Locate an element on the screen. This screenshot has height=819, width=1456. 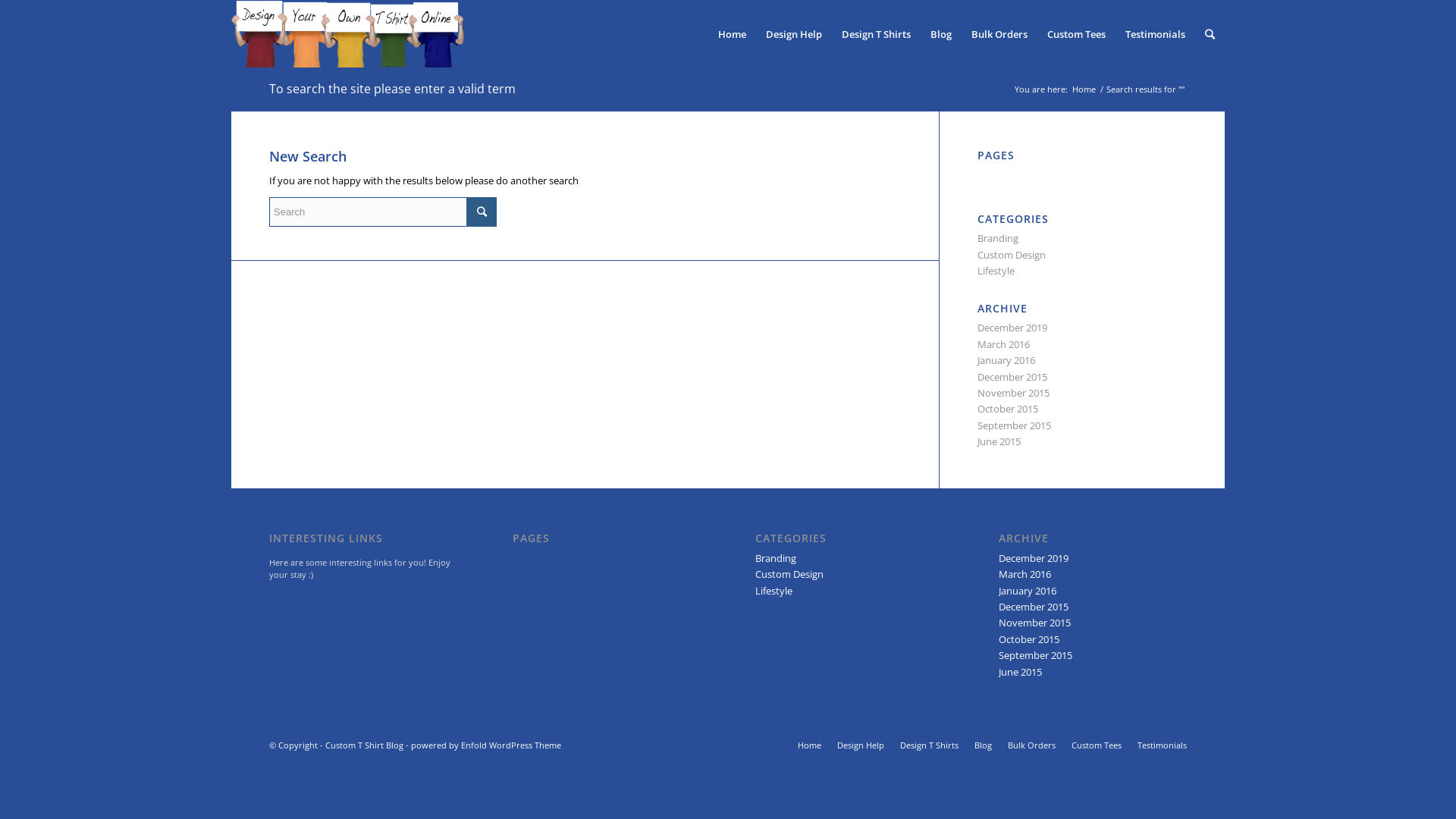
'Lifestyle' is located at coordinates (755, 590).